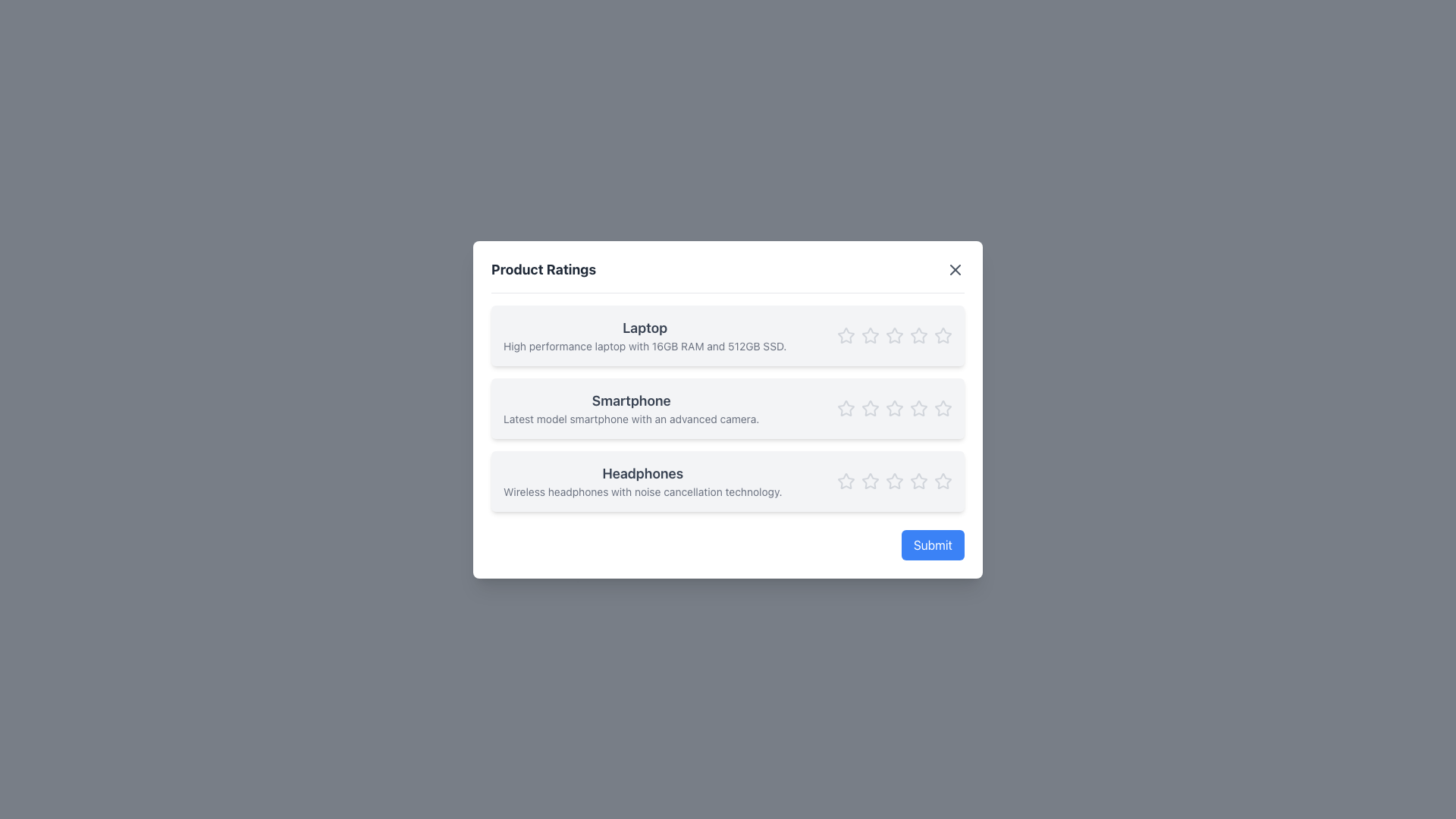 The image size is (1456, 819). What do you see at coordinates (846, 407) in the screenshot?
I see `the first rating star icon in the second row of the rating system for the 'Smartphone' label` at bounding box center [846, 407].